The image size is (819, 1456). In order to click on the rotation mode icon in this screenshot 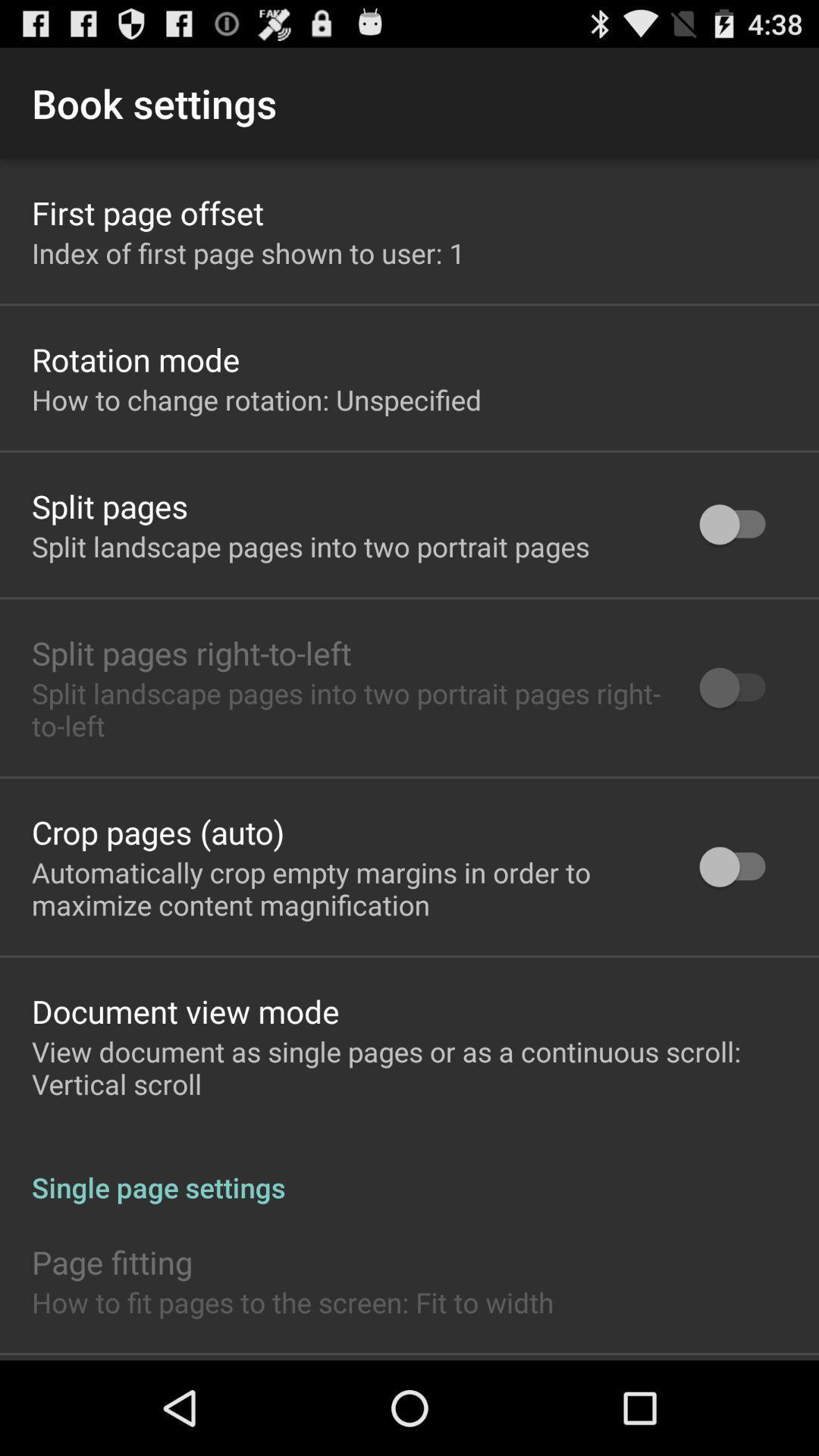, I will do `click(135, 359)`.